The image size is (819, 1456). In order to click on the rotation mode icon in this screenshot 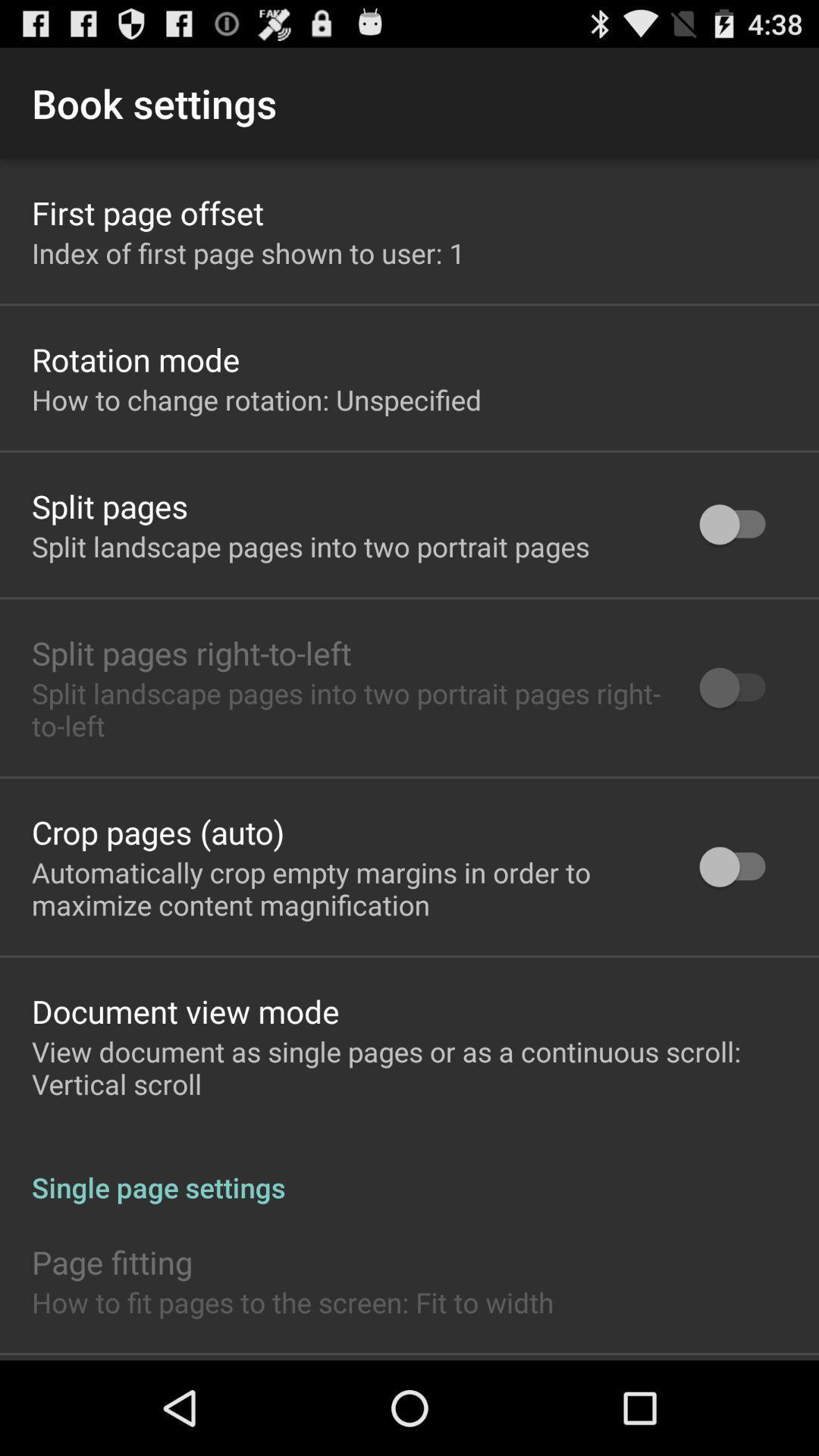, I will do `click(135, 359)`.